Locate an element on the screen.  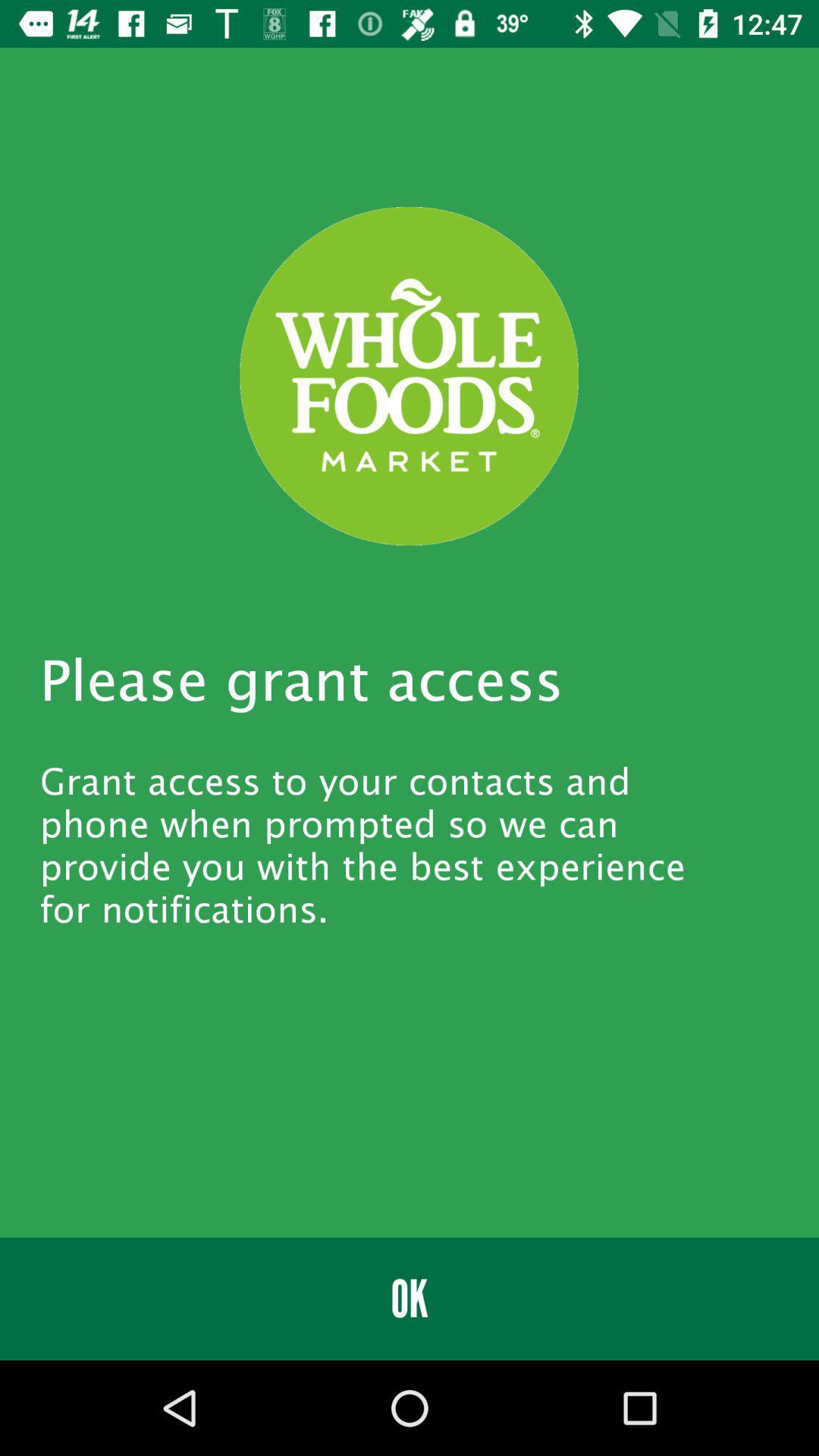
ok icon is located at coordinates (409, 1298).